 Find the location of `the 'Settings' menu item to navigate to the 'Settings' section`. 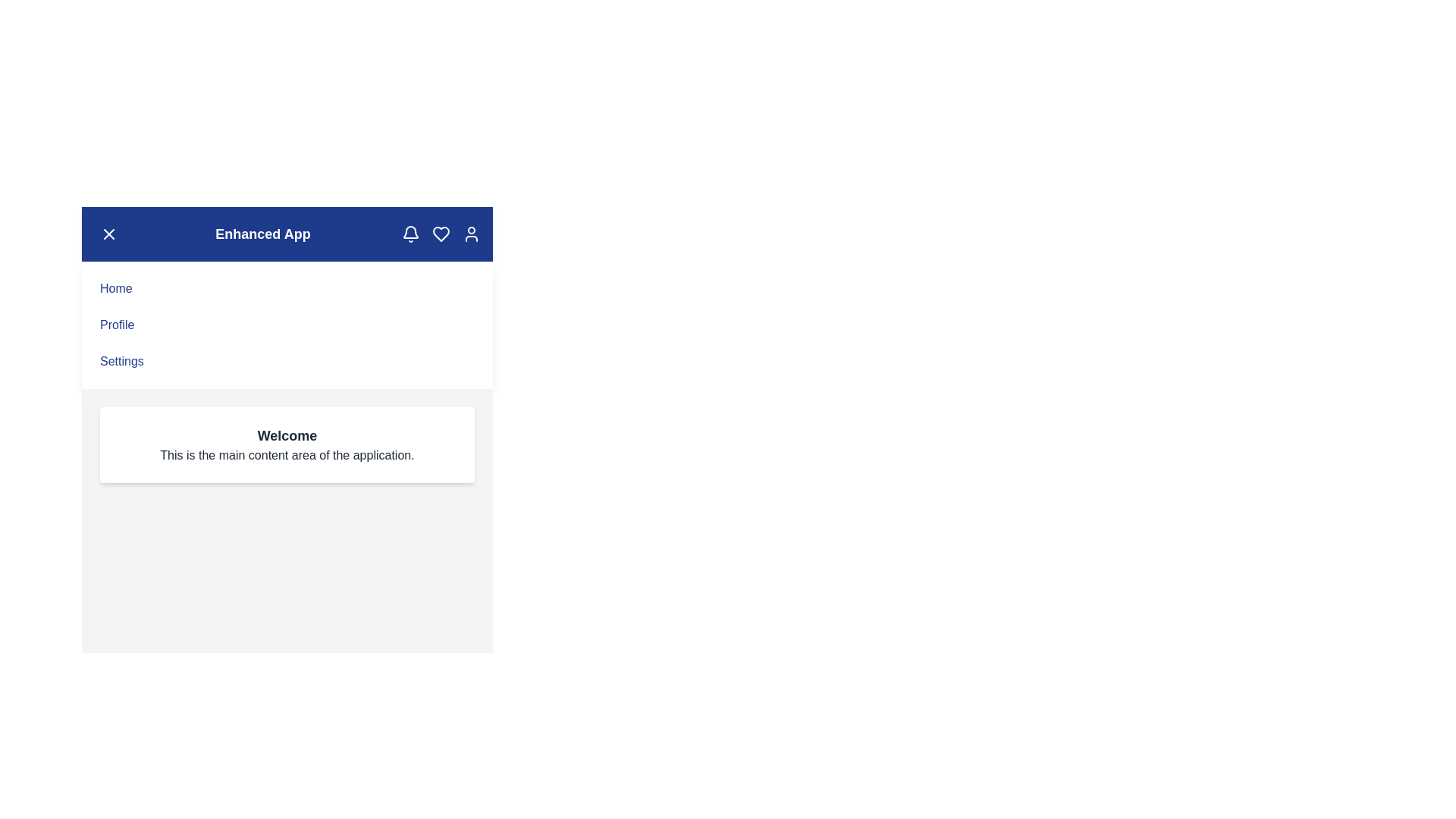

the 'Settings' menu item to navigate to the 'Settings' section is located at coordinates (120, 362).